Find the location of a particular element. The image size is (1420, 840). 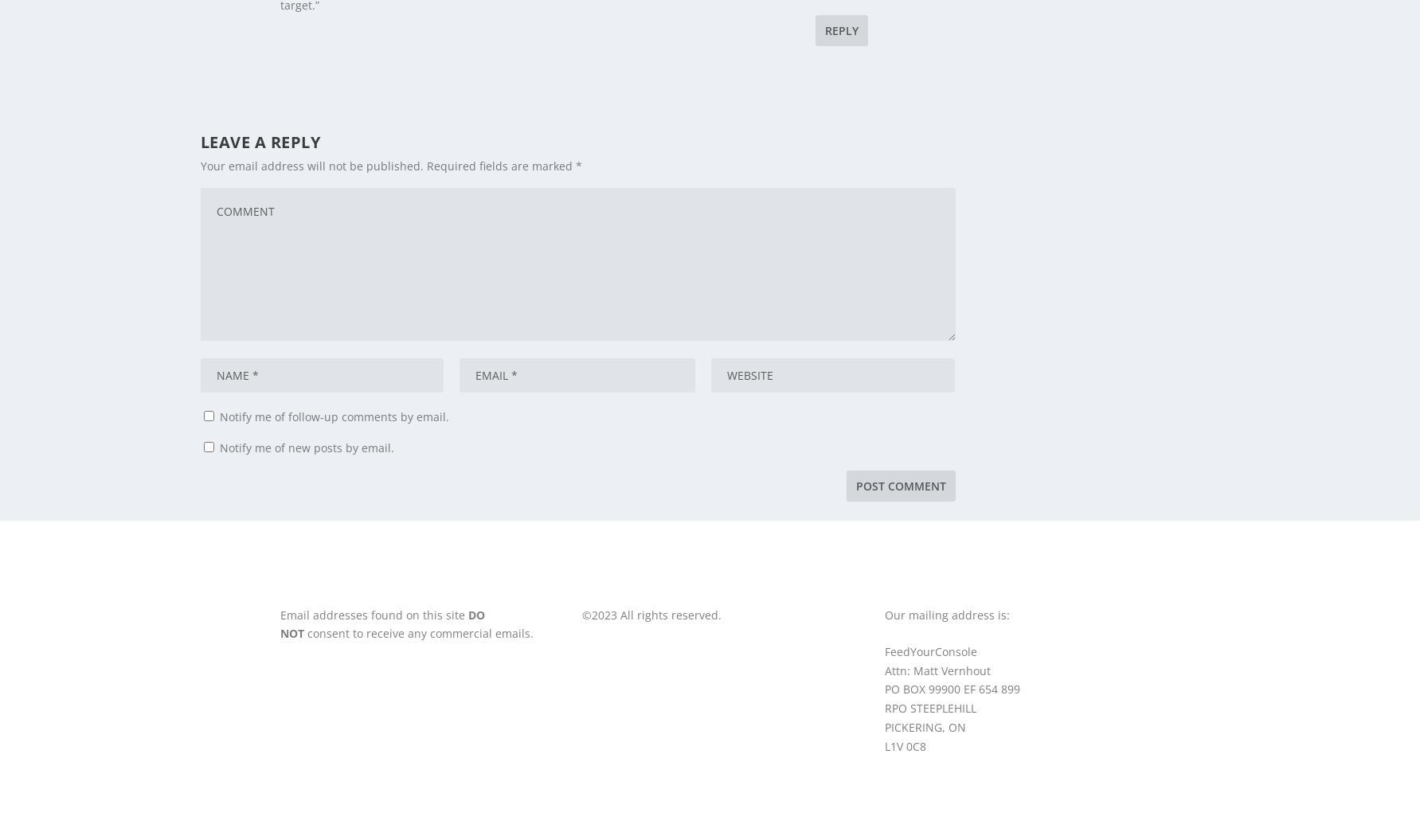

'RPO STEEPLEHILL' is located at coordinates (883, 707).